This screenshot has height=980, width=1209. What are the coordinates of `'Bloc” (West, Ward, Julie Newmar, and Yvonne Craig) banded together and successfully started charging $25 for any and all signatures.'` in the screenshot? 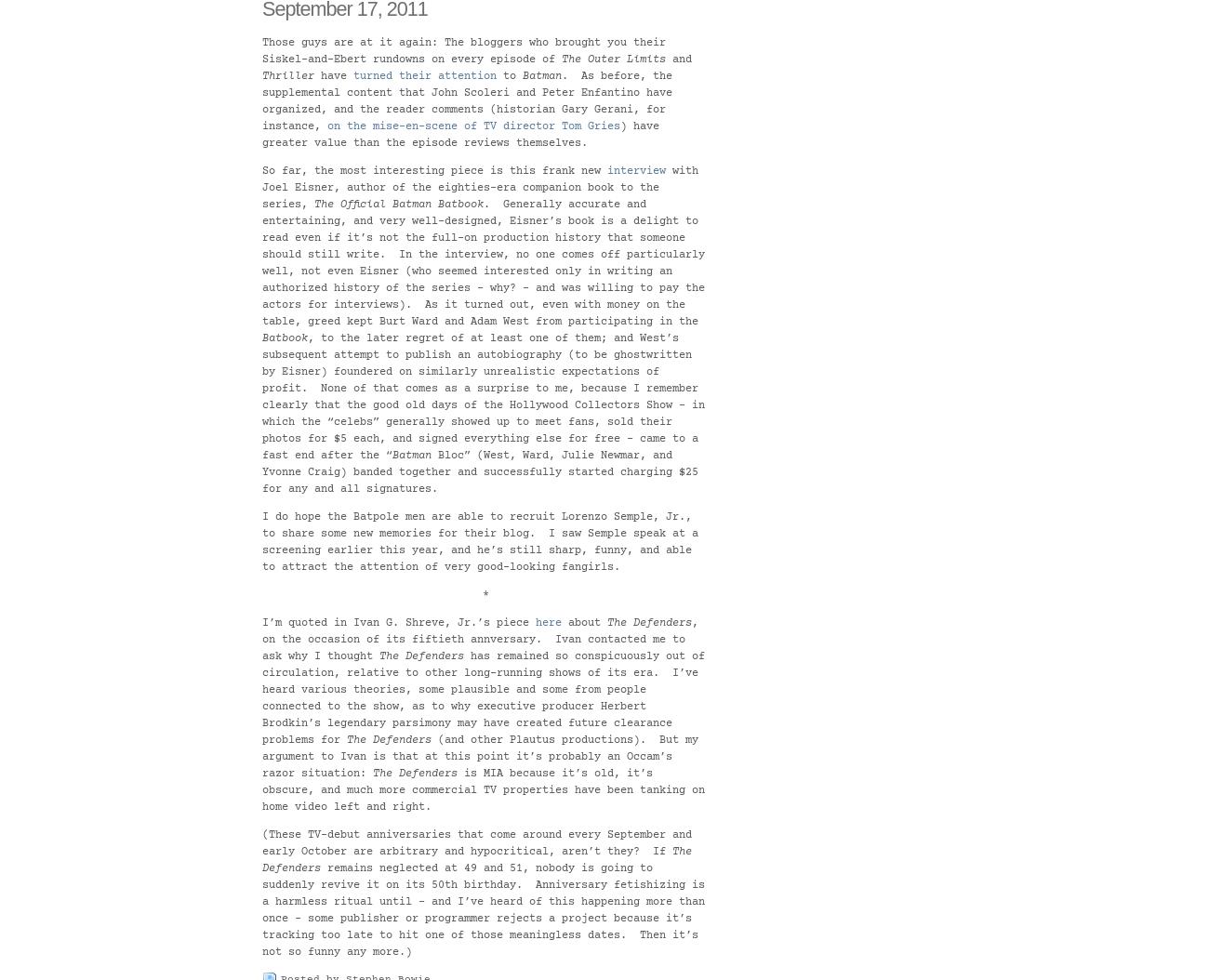 It's located at (480, 471).